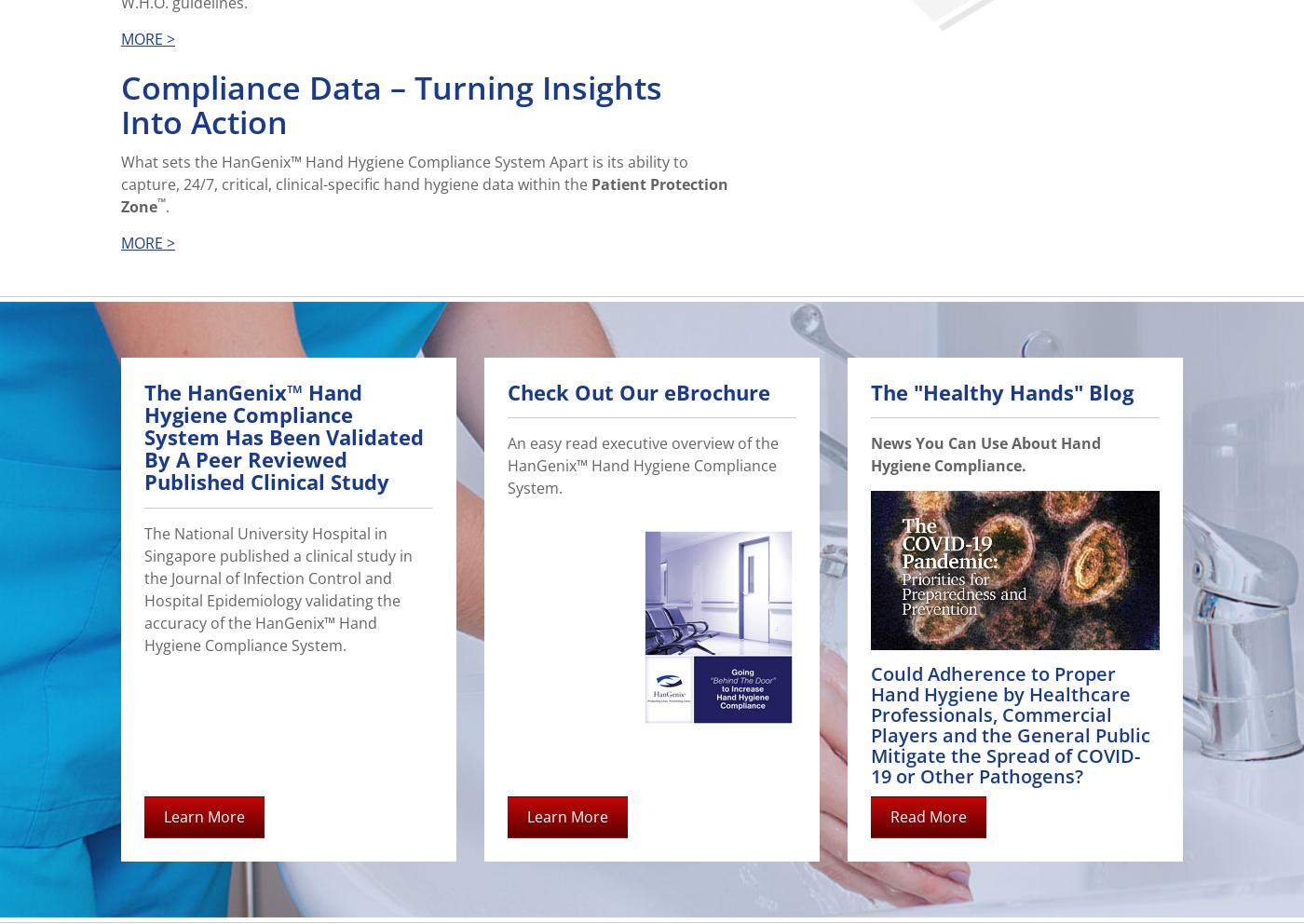 This screenshot has width=1304, height=924. Describe the element at coordinates (1011, 724) in the screenshot. I see `'Could Adherence to Proper Hand Hygiene by Healthcare Professionals, Commercial Players and the General Public Mitigate the Spread of COVID-19 or Other Pathogens?'` at that location.